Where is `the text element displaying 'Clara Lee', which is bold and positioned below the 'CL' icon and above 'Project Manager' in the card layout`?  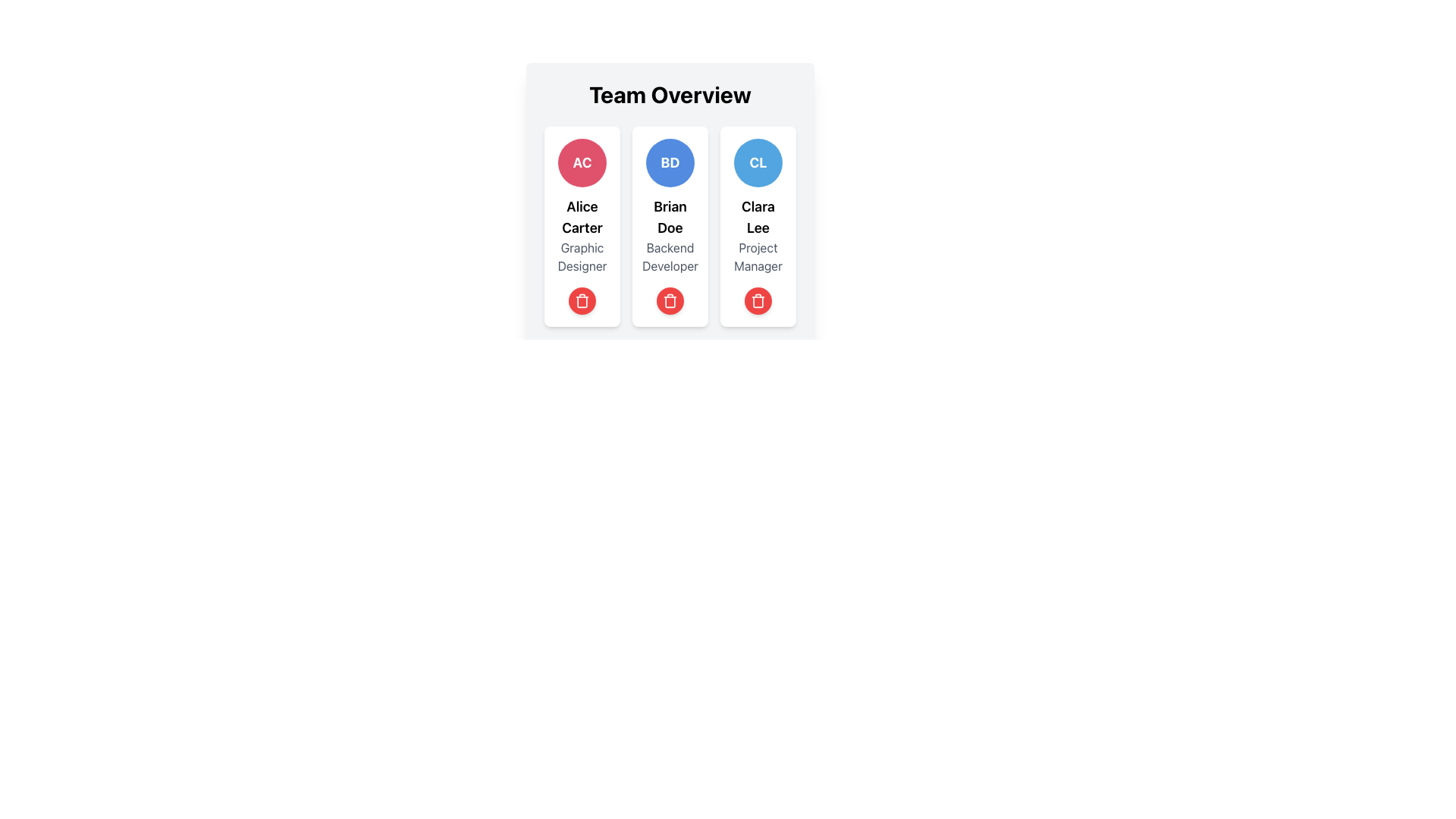
the text element displaying 'Clara Lee', which is bold and positioned below the 'CL' icon and above 'Project Manager' in the card layout is located at coordinates (758, 217).